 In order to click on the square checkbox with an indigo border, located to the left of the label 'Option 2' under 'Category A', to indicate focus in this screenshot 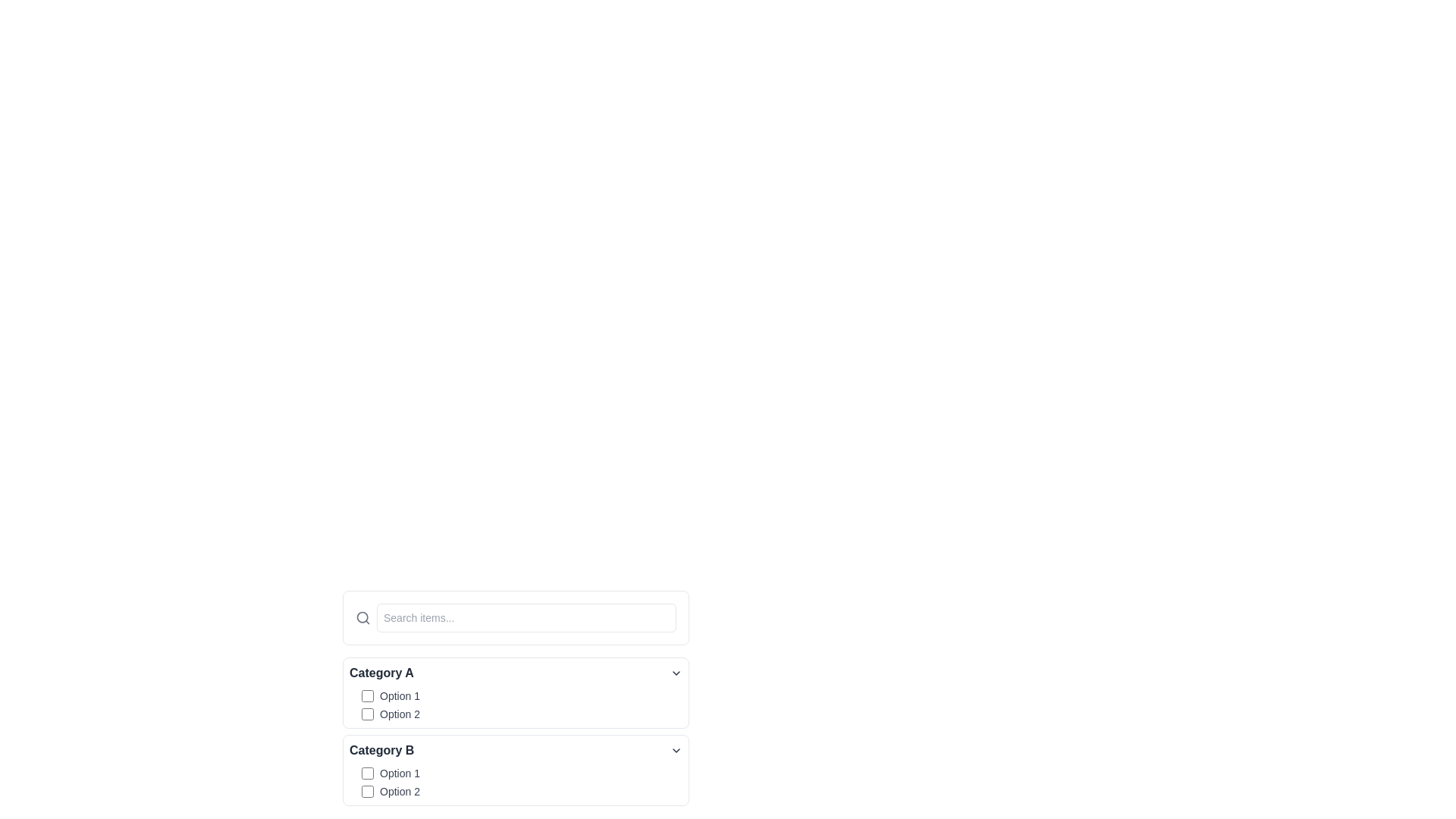, I will do `click(367, 714)`.